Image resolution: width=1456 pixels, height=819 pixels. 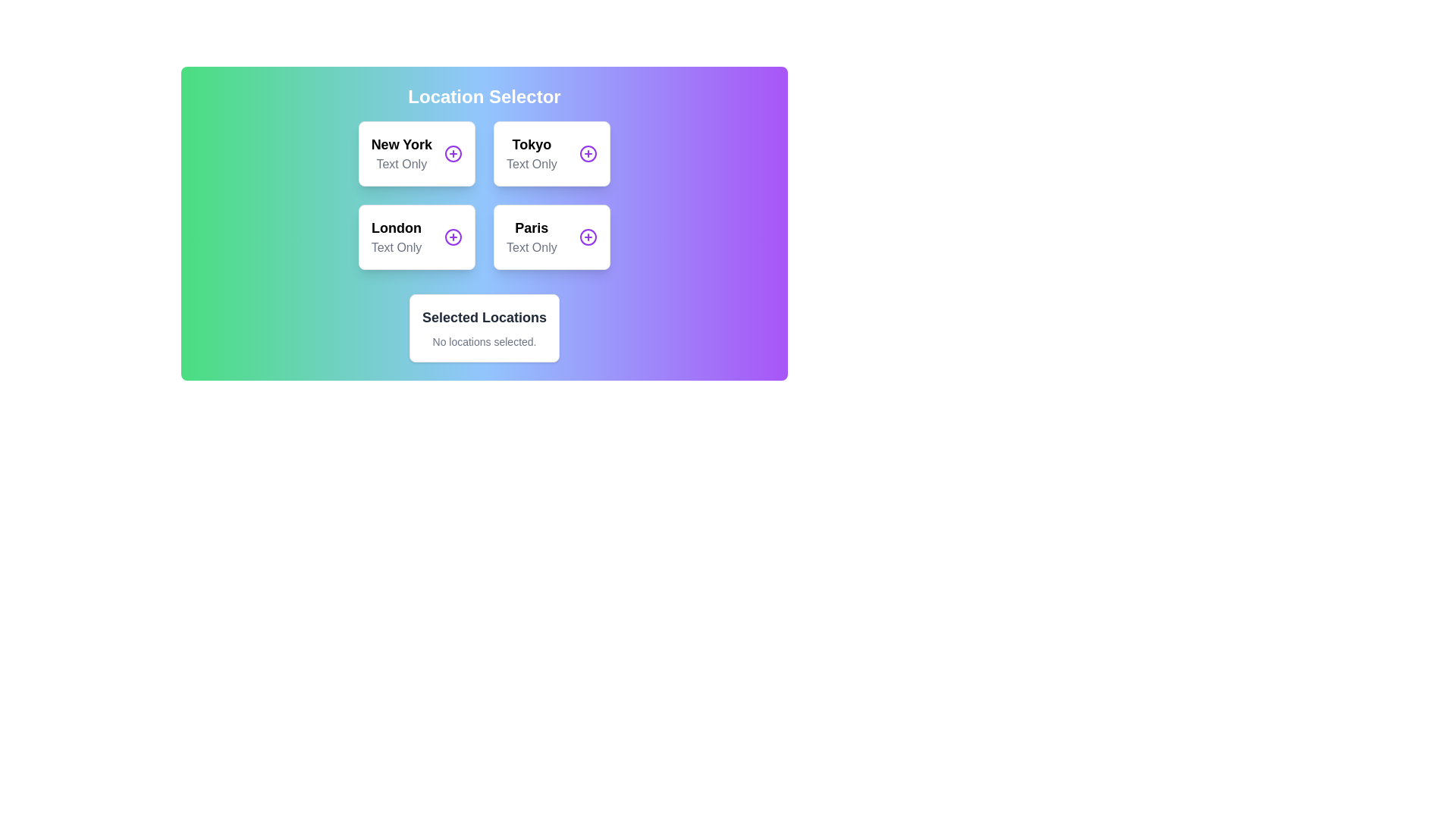 What do you see at coordinates (453, 154) in the screenshot?
I see `the purple circular button with a plus symbol (+) located at the top-right corner of the 'New York' box` at bounding box center [453, 154].